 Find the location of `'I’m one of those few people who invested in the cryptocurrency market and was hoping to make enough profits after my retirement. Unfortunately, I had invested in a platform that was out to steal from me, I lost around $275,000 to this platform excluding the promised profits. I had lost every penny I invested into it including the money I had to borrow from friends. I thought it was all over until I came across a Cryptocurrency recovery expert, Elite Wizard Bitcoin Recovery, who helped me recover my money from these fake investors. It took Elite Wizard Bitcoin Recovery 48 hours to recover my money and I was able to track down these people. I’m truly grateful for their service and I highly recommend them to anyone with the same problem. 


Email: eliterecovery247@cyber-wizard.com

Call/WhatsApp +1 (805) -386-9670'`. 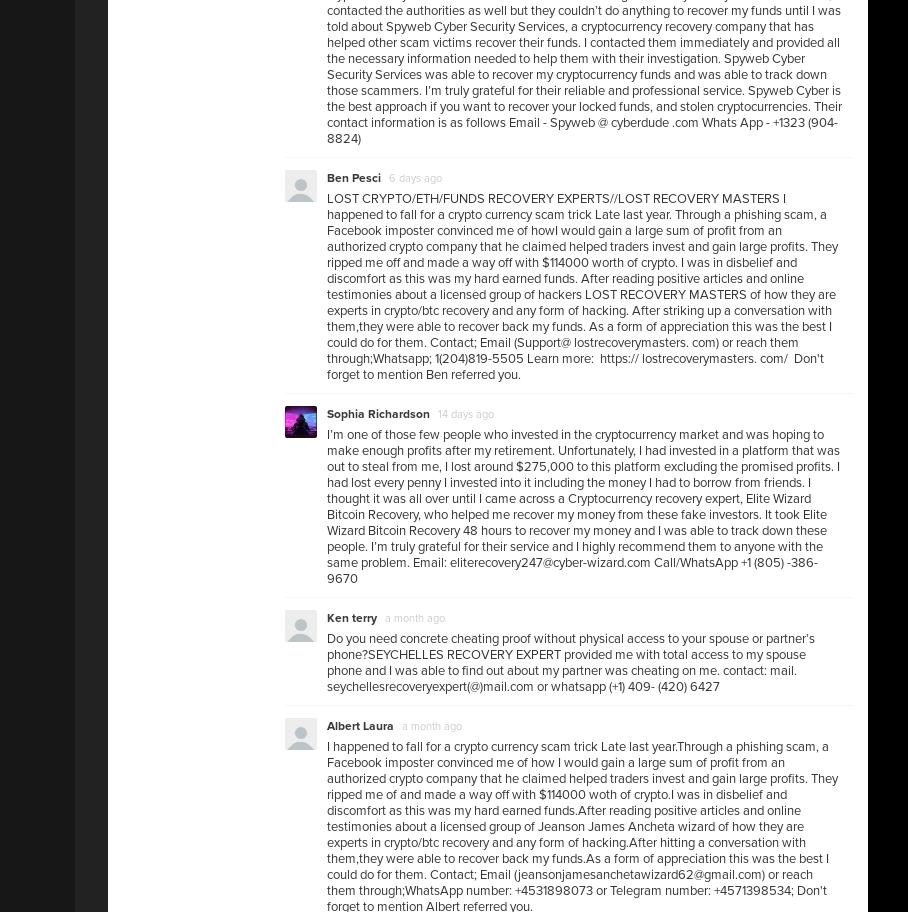

'I’m one of those few people who invested in the cryptocurrency market and was hoping to make enough profits after my retirement. Unfortunately, I had invested in a platform that was out to steal from me, I lost around $275,000 to this platform excluding the promised profits. I had lost every penny I invested into it including the money I had to borrow from friends. I thought it was all over until I came across a Cryptocurrency recovery expert, Elite Wizard Bitcoin Recovery, who helped me recover my money from these fake investors. It took Elite Wizard Bitcoin Recovery 48 hours to recover my money and I was able to track down these people. I’m truly grateful for their service and I highly recommend them to anyone with the same problem. 


Email: eliterecovery247@cyber-wizard.com

Call/WhatsApp +1 (805) -386-9670' is located at coordinates (583, 505).